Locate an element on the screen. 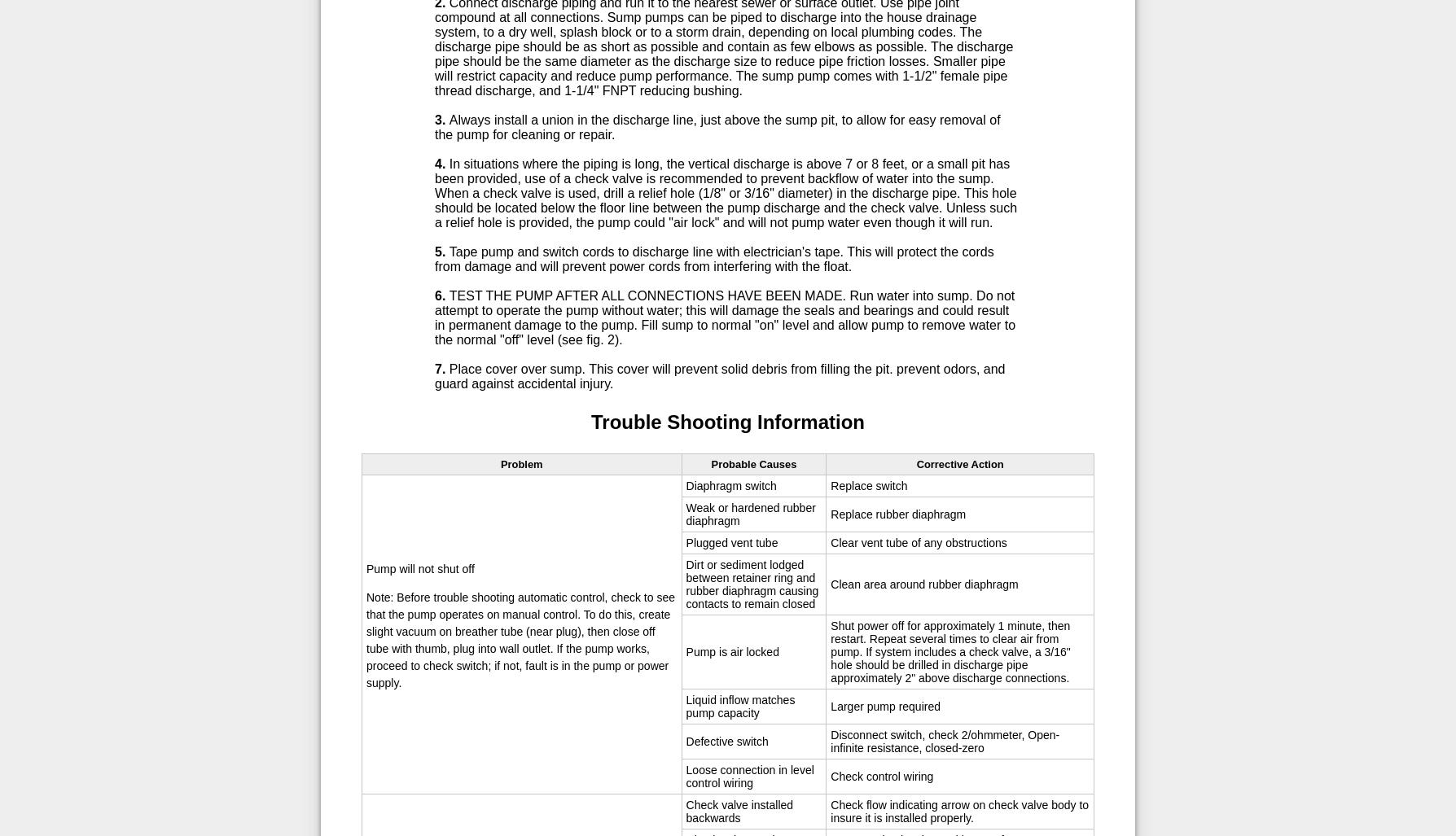 The height and width of the screenshot is (836, 1456). 'Corrective Action' is located at coordinates (915, 462).